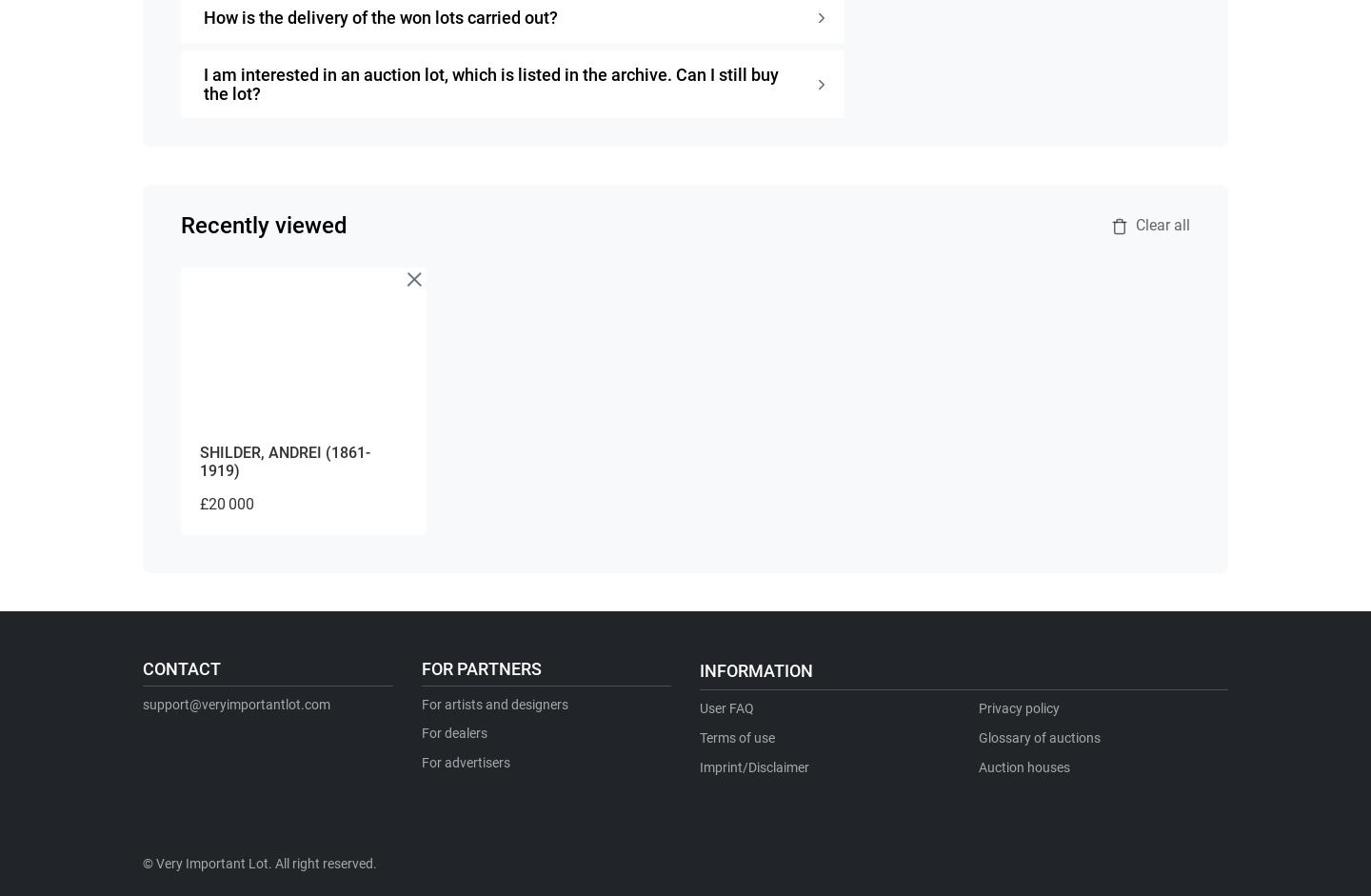  Describe the element at coordinates (453, 733) in the screenshot. I see `'For dealers'` at that location.